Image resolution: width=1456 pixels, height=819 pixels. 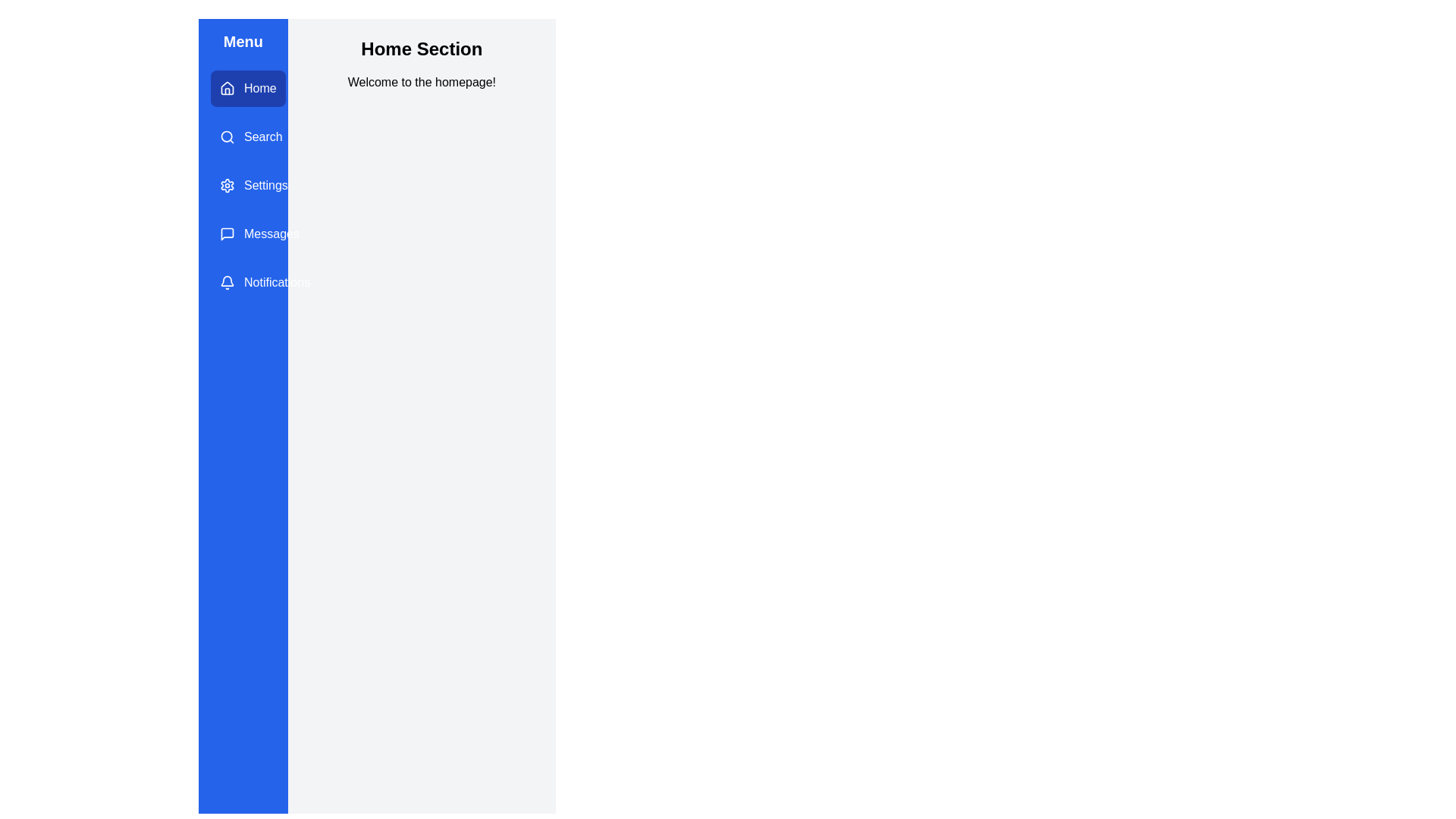 I want to click on the fifth button in the vertical sidebar menu, so click(x=265, y=283).